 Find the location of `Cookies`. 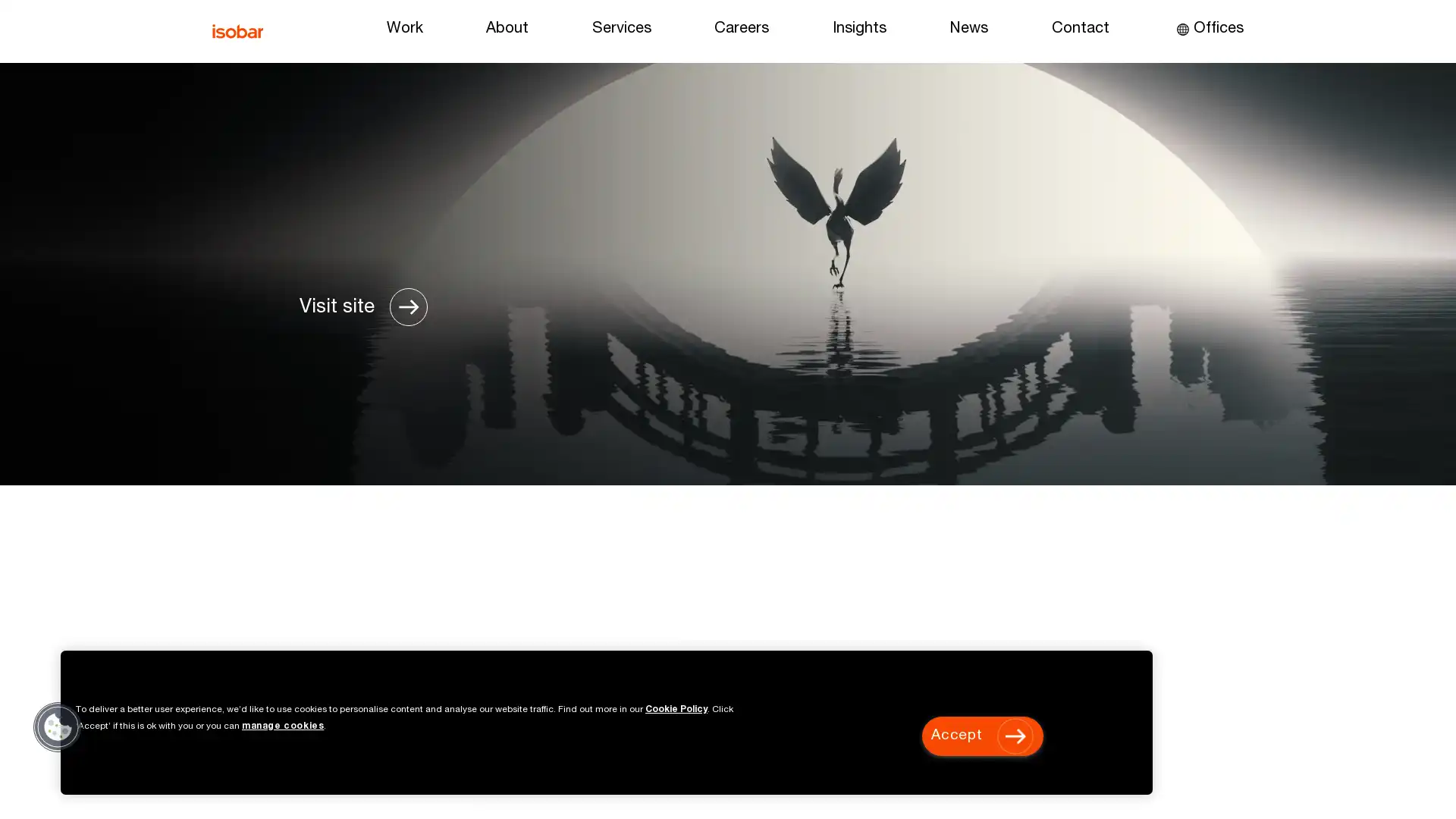

Cookies is located at coordinates (58, 725).